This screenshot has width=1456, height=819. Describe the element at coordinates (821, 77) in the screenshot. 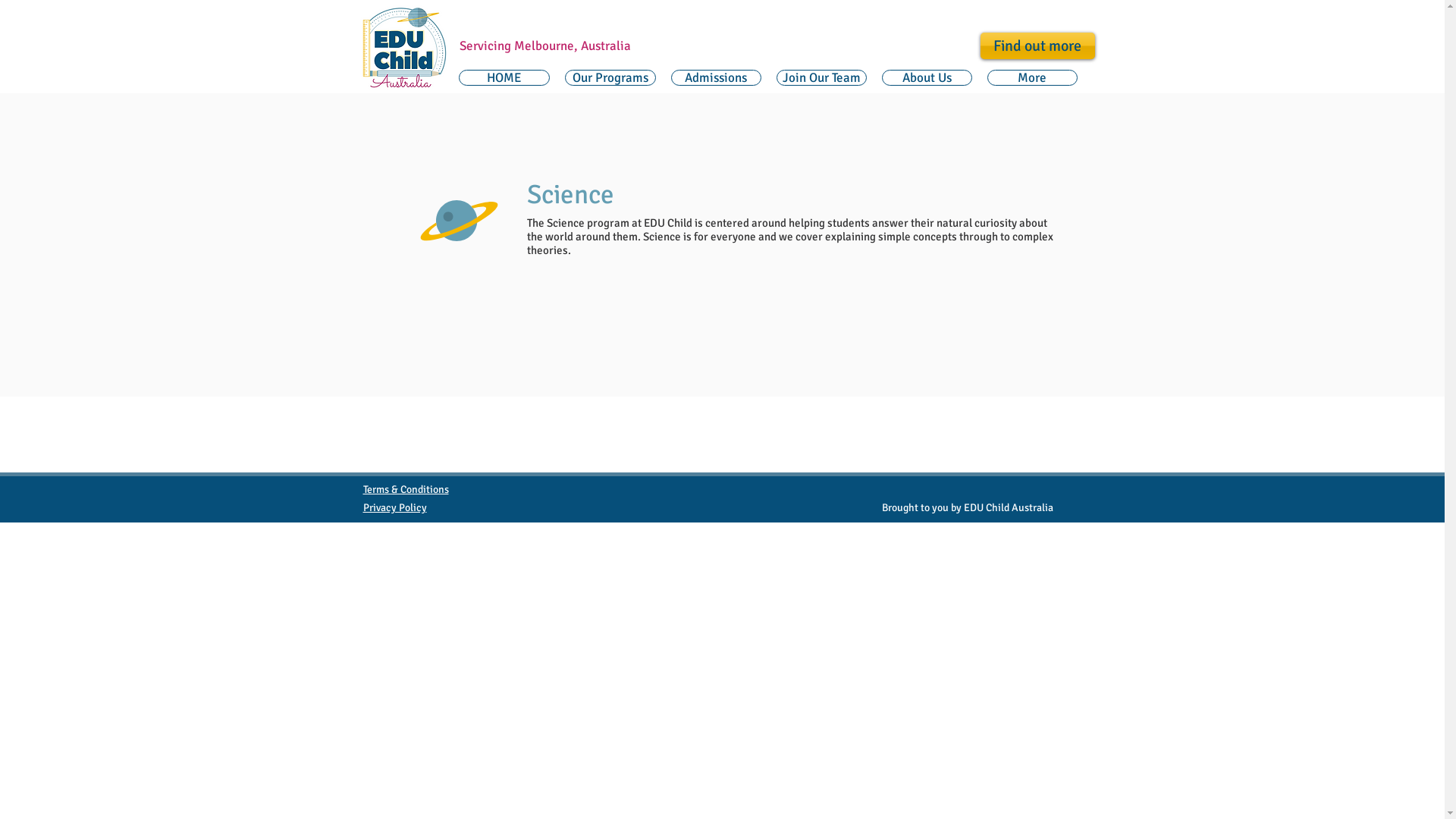

I see `'Join Our Team'` at that location.